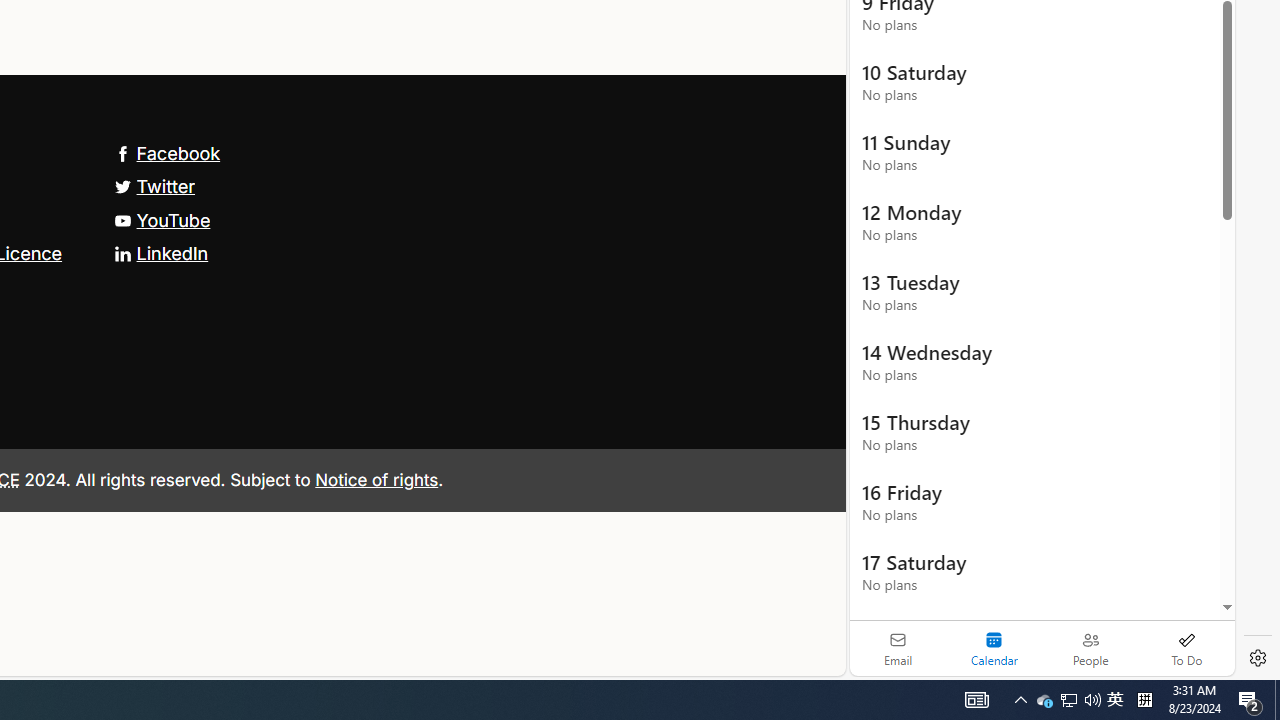 The width and height of the screenshot is (1280, 720). Describe the element at coordinates (994, 648) in the screenshot. I see `'Selected calendar module. Date today is 22'` at that location.